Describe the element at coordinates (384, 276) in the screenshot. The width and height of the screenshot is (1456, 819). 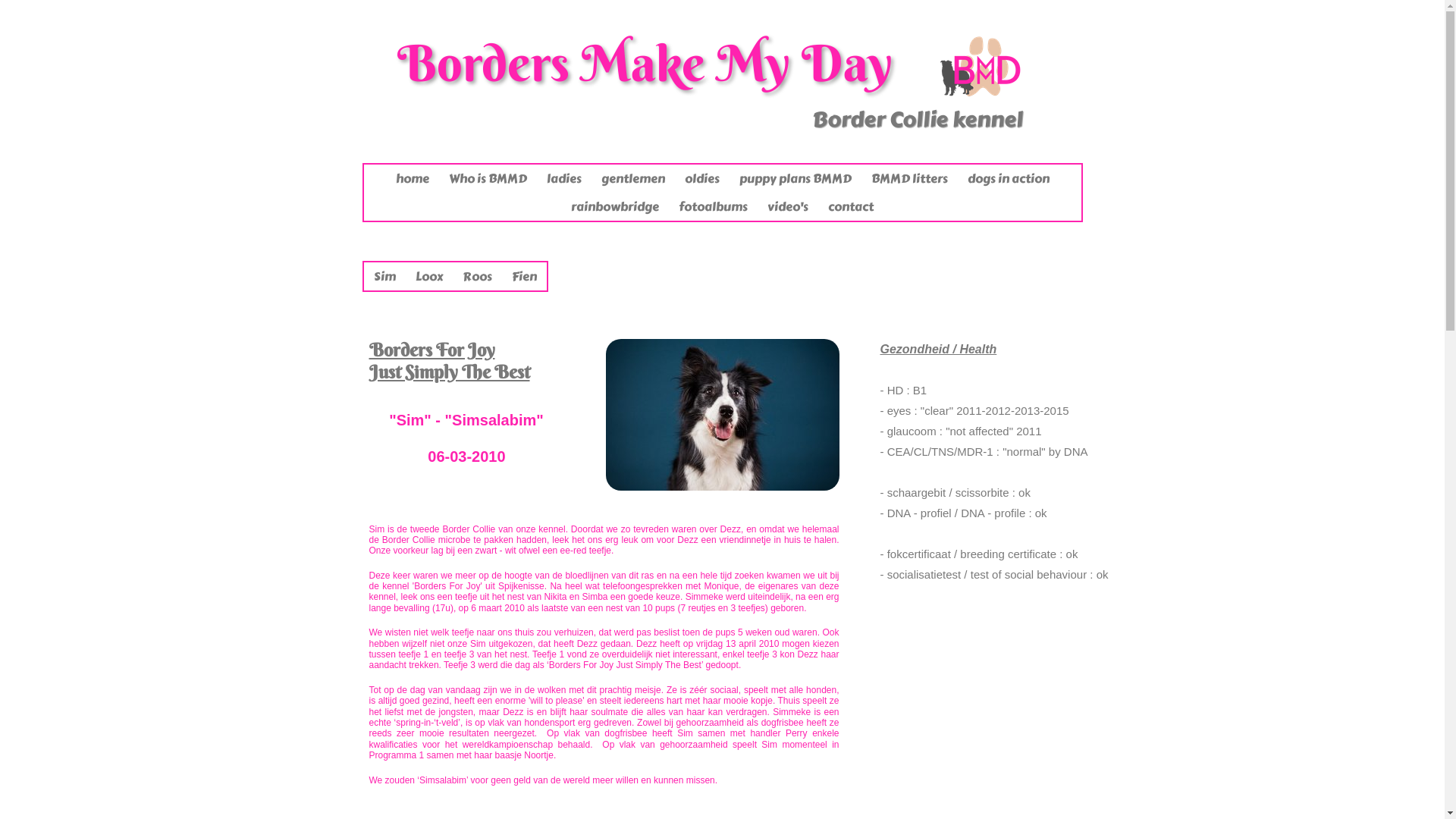
I see `'Sim'` at that location.